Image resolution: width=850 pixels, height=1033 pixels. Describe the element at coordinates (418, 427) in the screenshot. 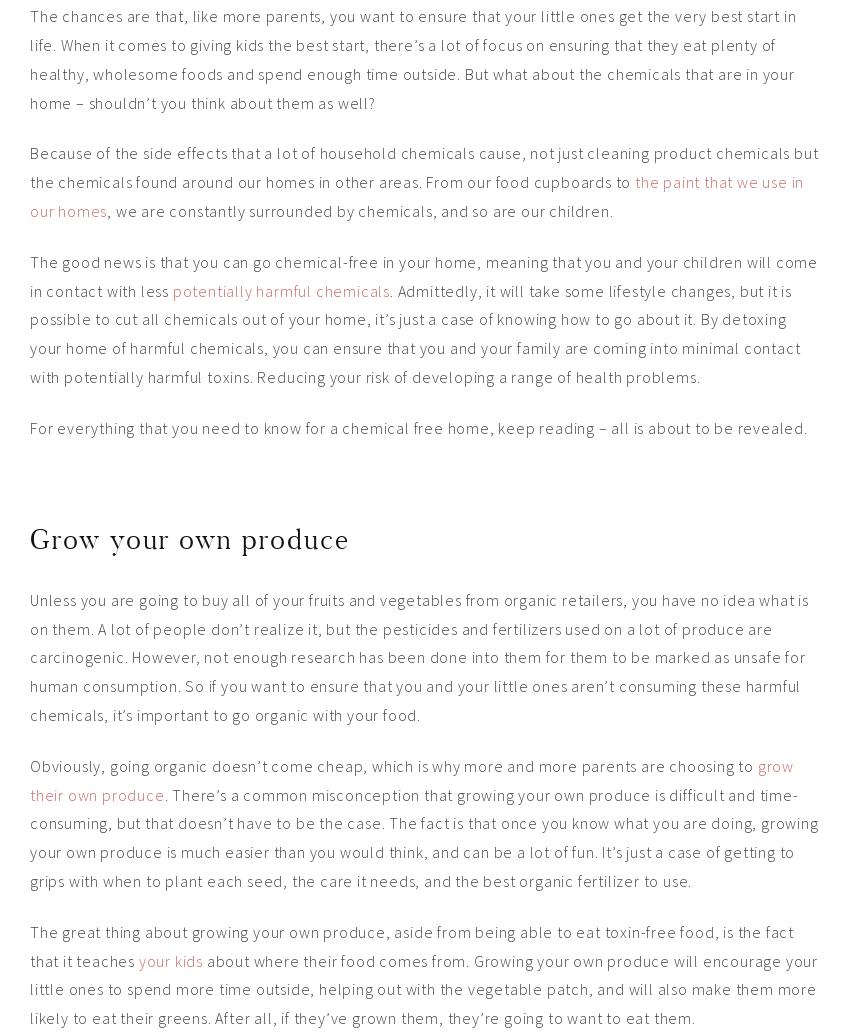

I see `'For everything that you need to know for a chemical free home, keep reading – all is about to be revealed.'` at that location.